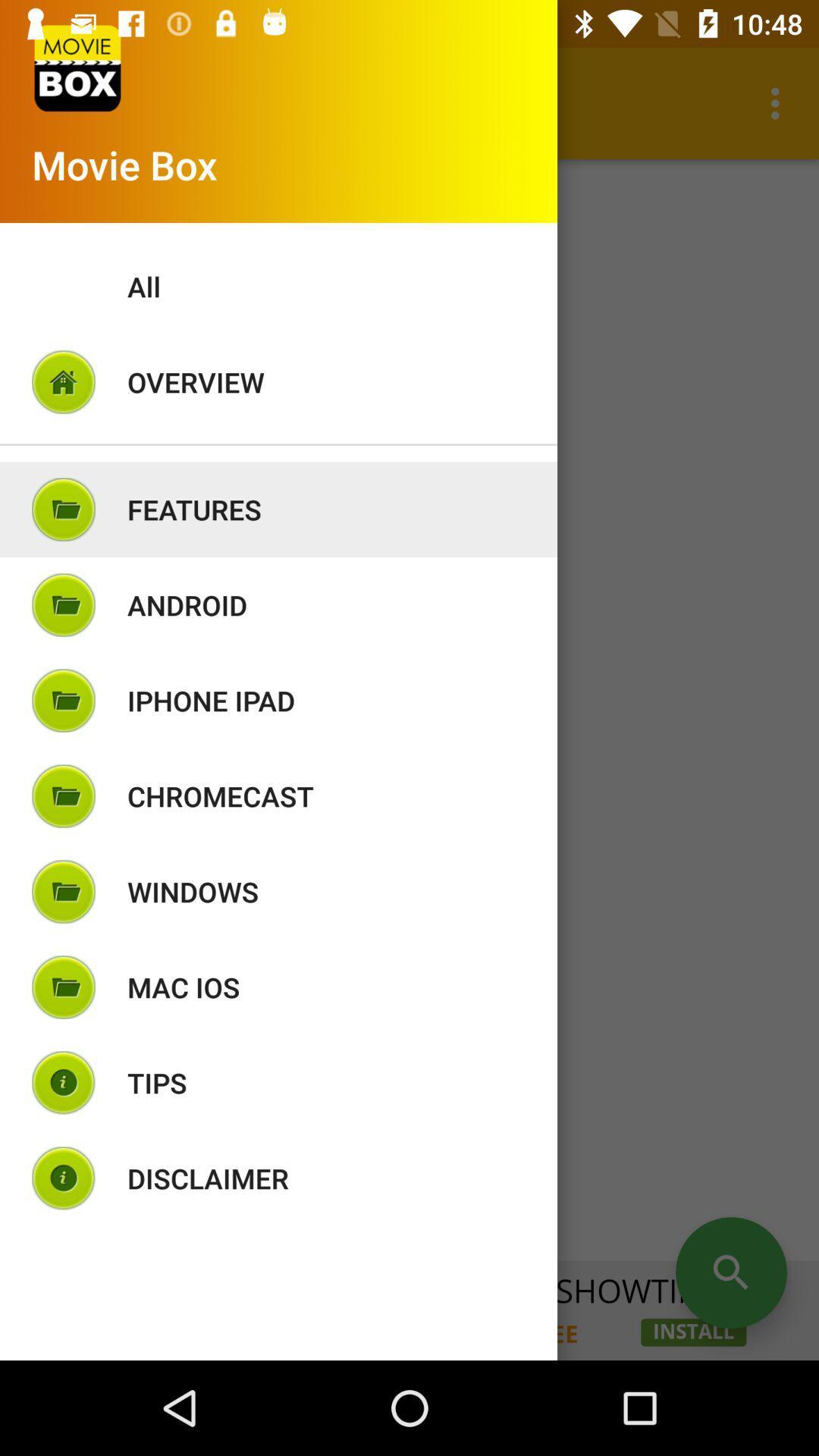 The width and height of the screenshot is (819, 1456). Describe the element at coordinates (730, 1272) in the screenshot. I see `the search icon` at that location.